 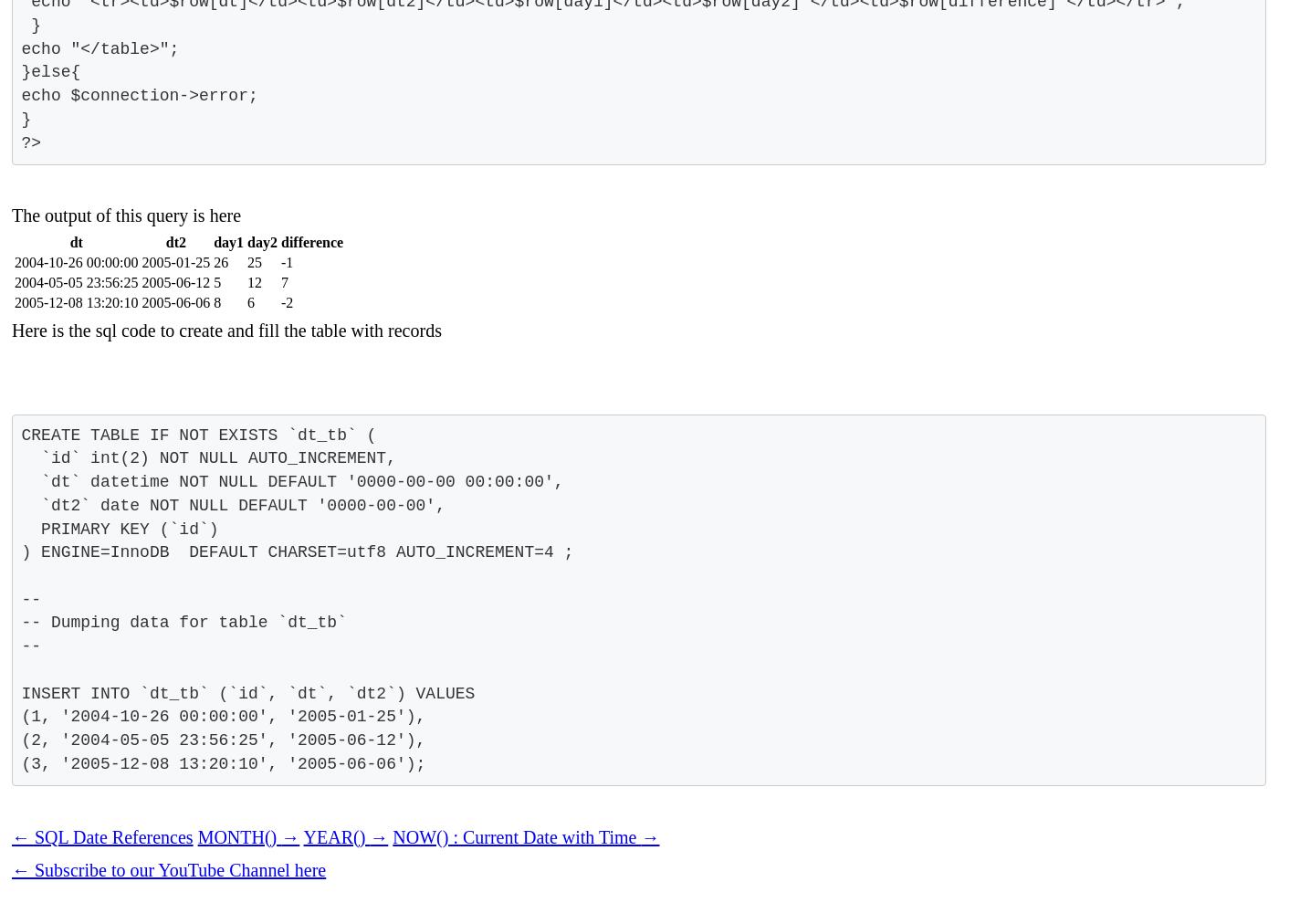 I want to click on 'dt2', so click(x=173, y=241).